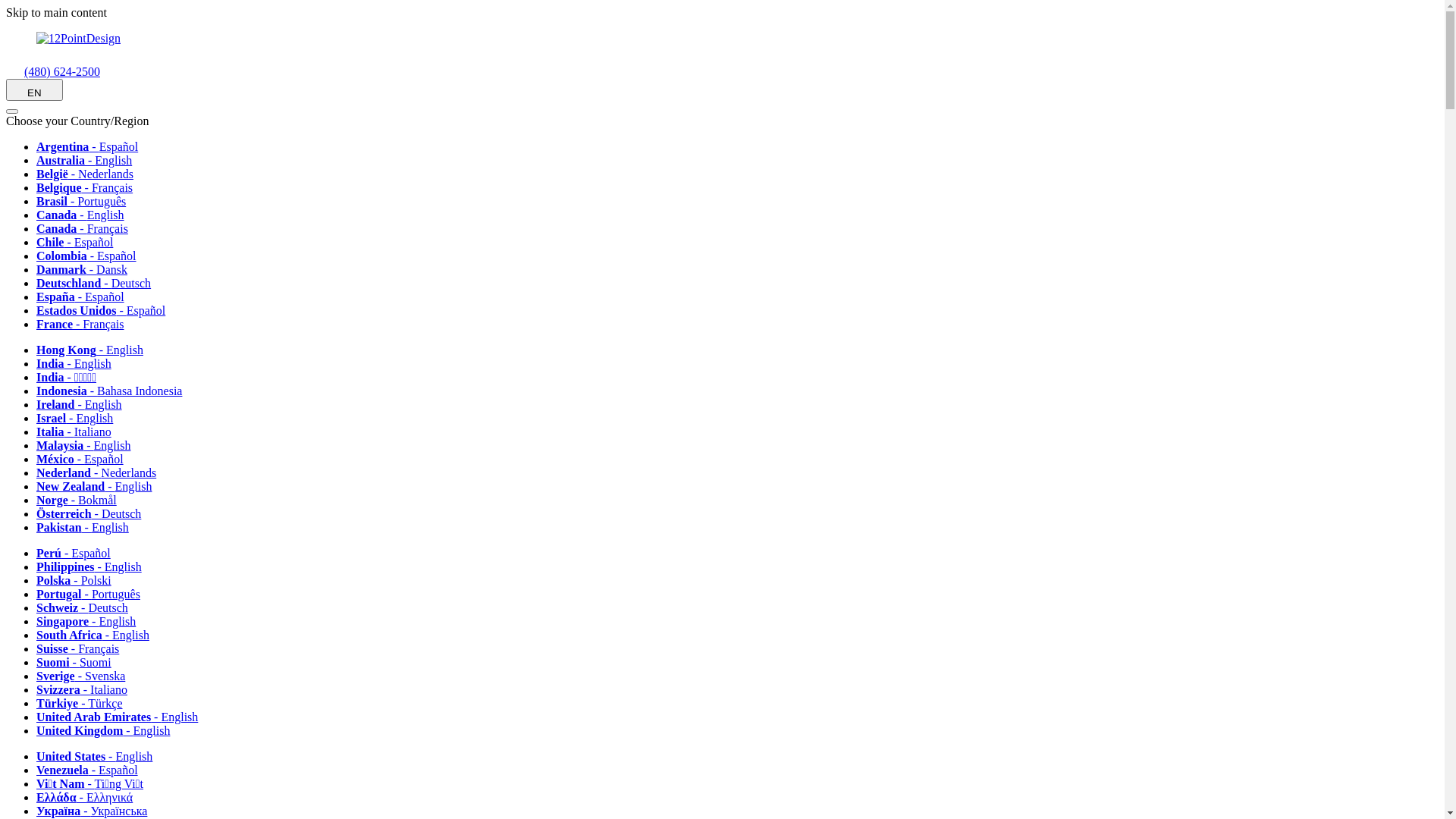  Describe the element at coordinates (6, 89) in the screenshot. I see `'EN'` at that location.